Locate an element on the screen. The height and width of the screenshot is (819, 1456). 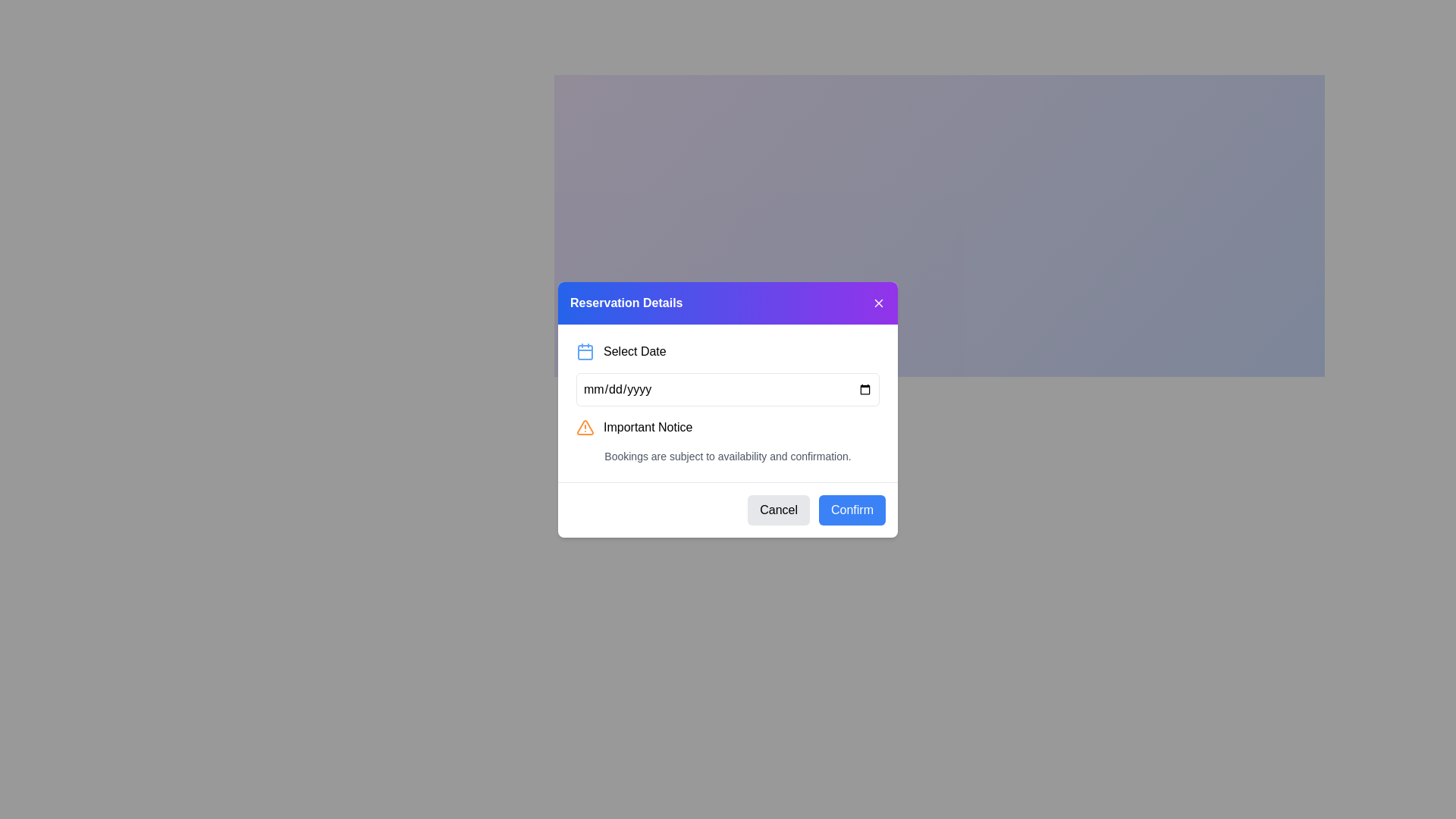
the confirm button located in the bottom section of the modal dialog, which is the rightmost button next to the 'Cancel' button is located at coordinates (852, 510).